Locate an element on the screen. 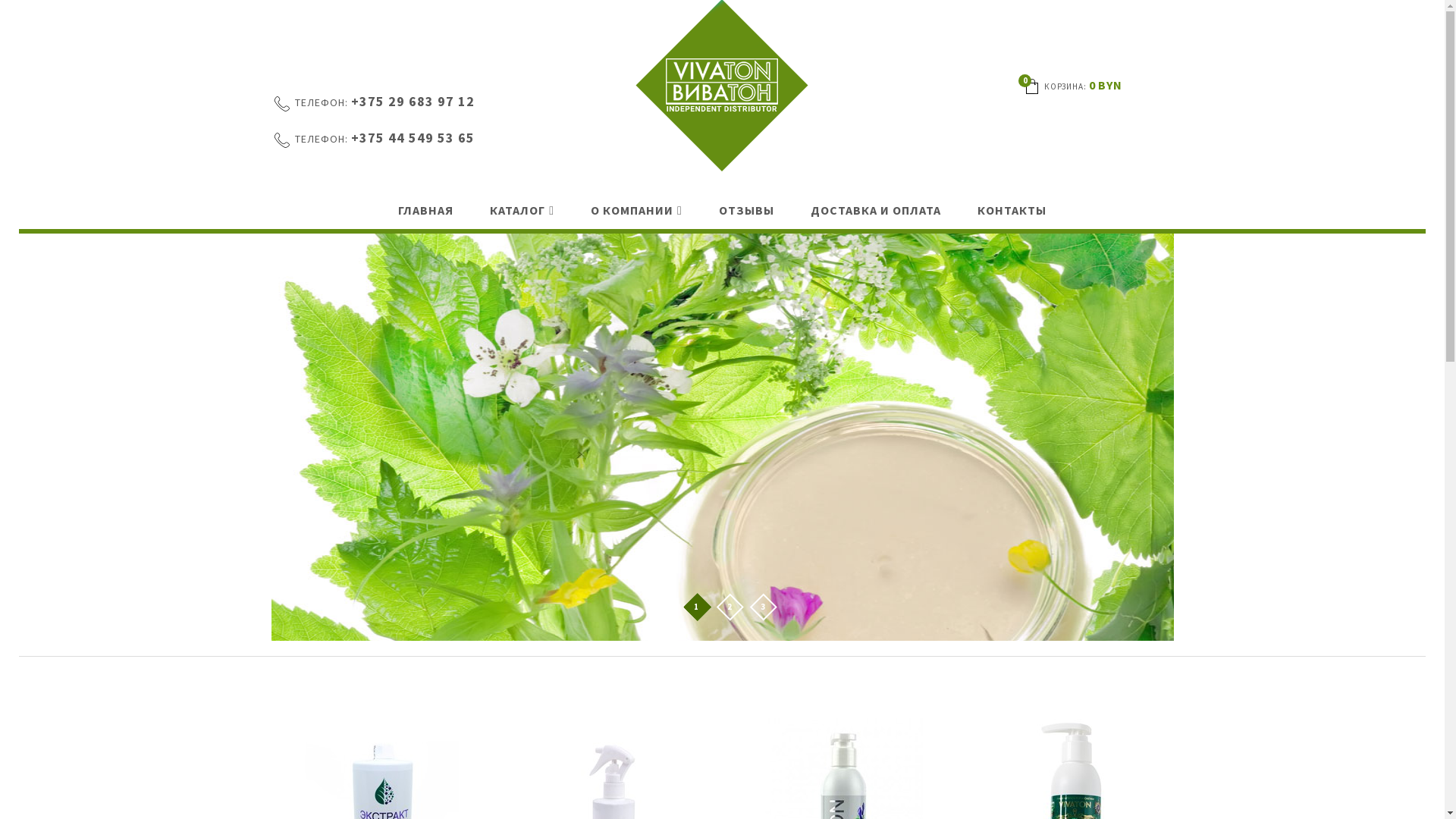 The height and width of the screenshot is (819, 1456). '1' is located at coordinates (695, 607).